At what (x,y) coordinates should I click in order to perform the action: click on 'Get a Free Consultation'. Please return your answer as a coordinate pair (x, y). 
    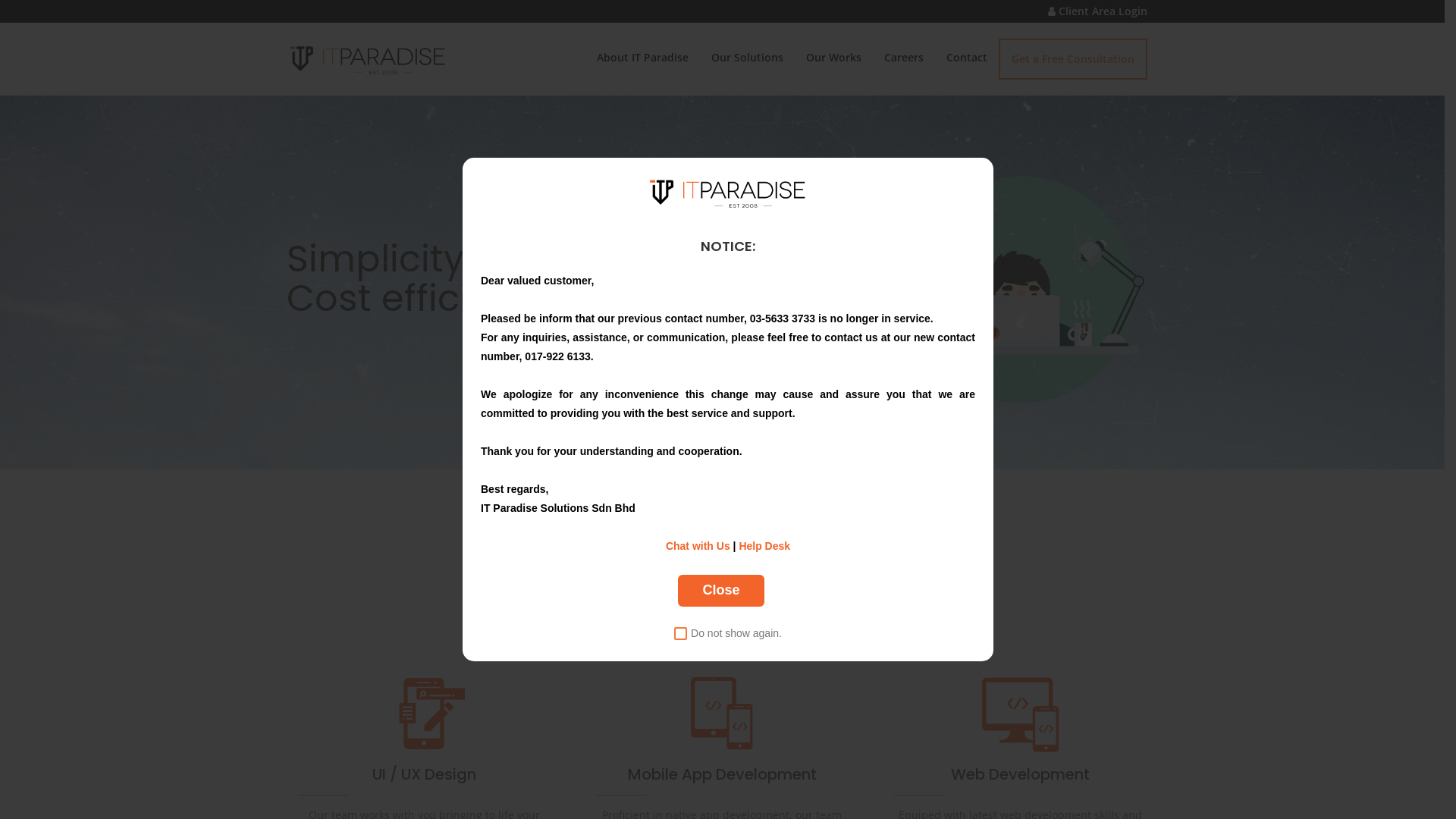
    Looking at the image, I should click on (1072, 58).